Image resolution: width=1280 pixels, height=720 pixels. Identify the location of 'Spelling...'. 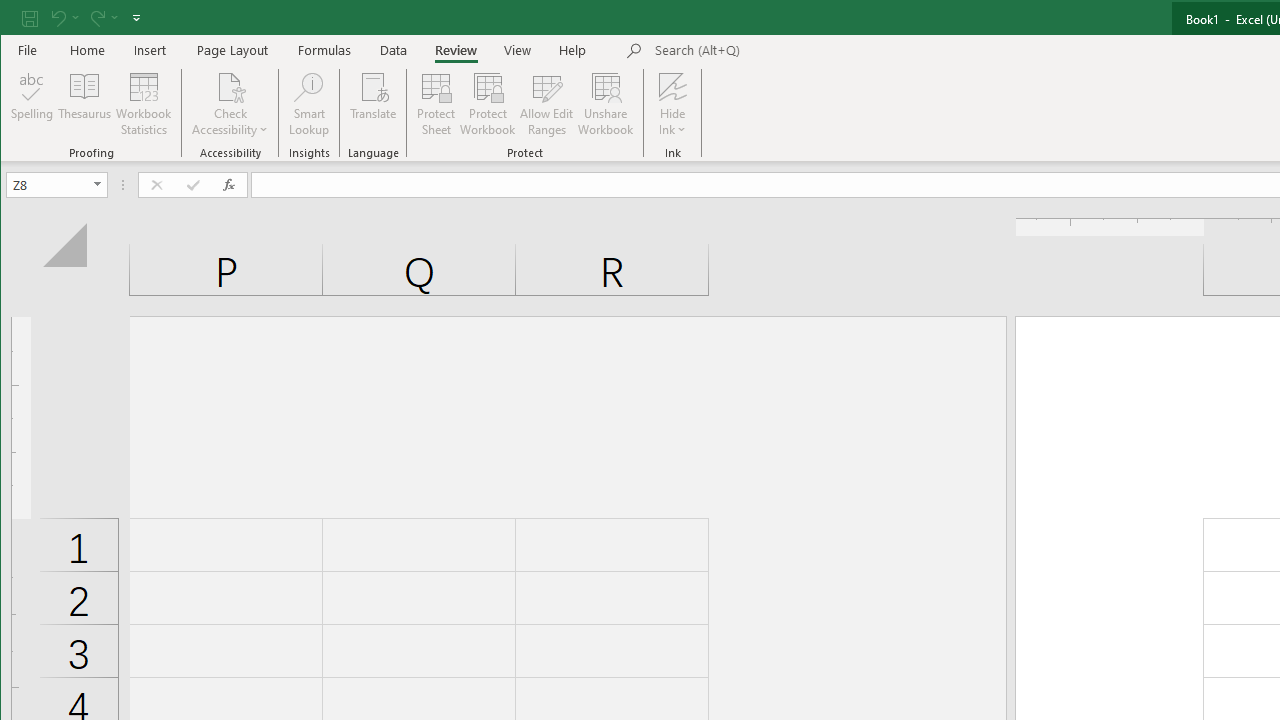
(32, 104).